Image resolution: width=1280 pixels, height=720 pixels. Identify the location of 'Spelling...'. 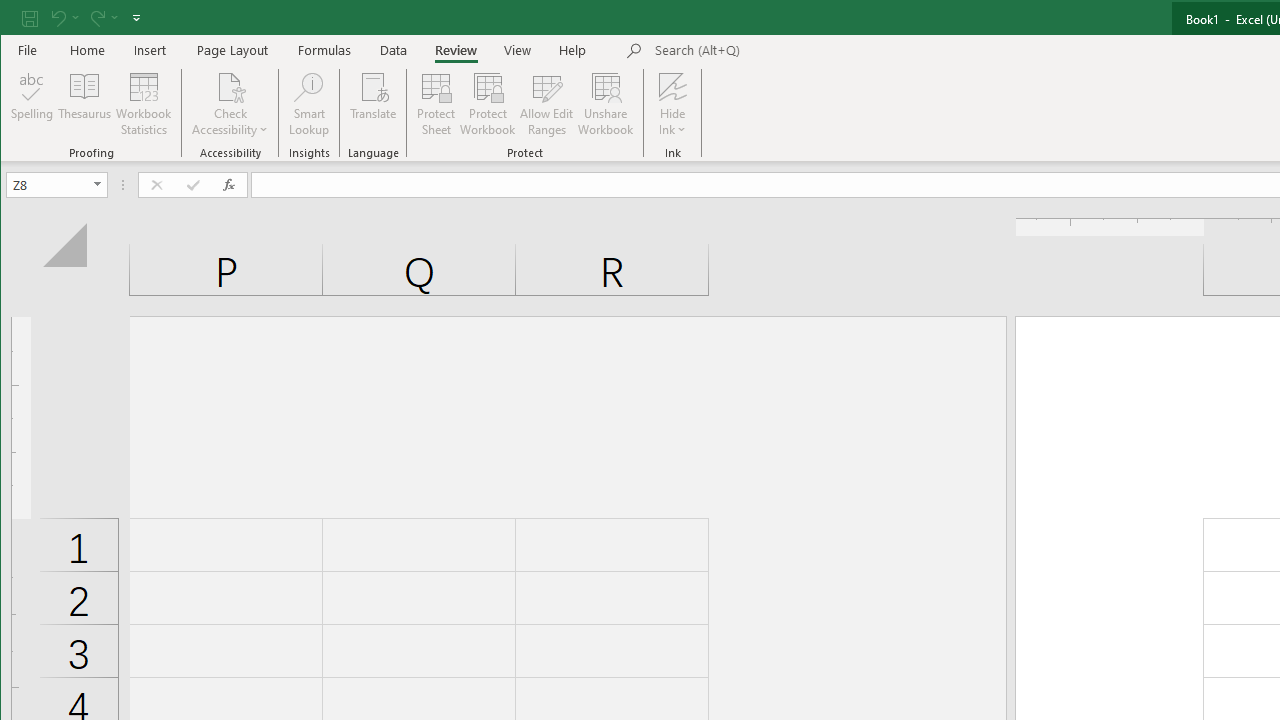
(32, 104).